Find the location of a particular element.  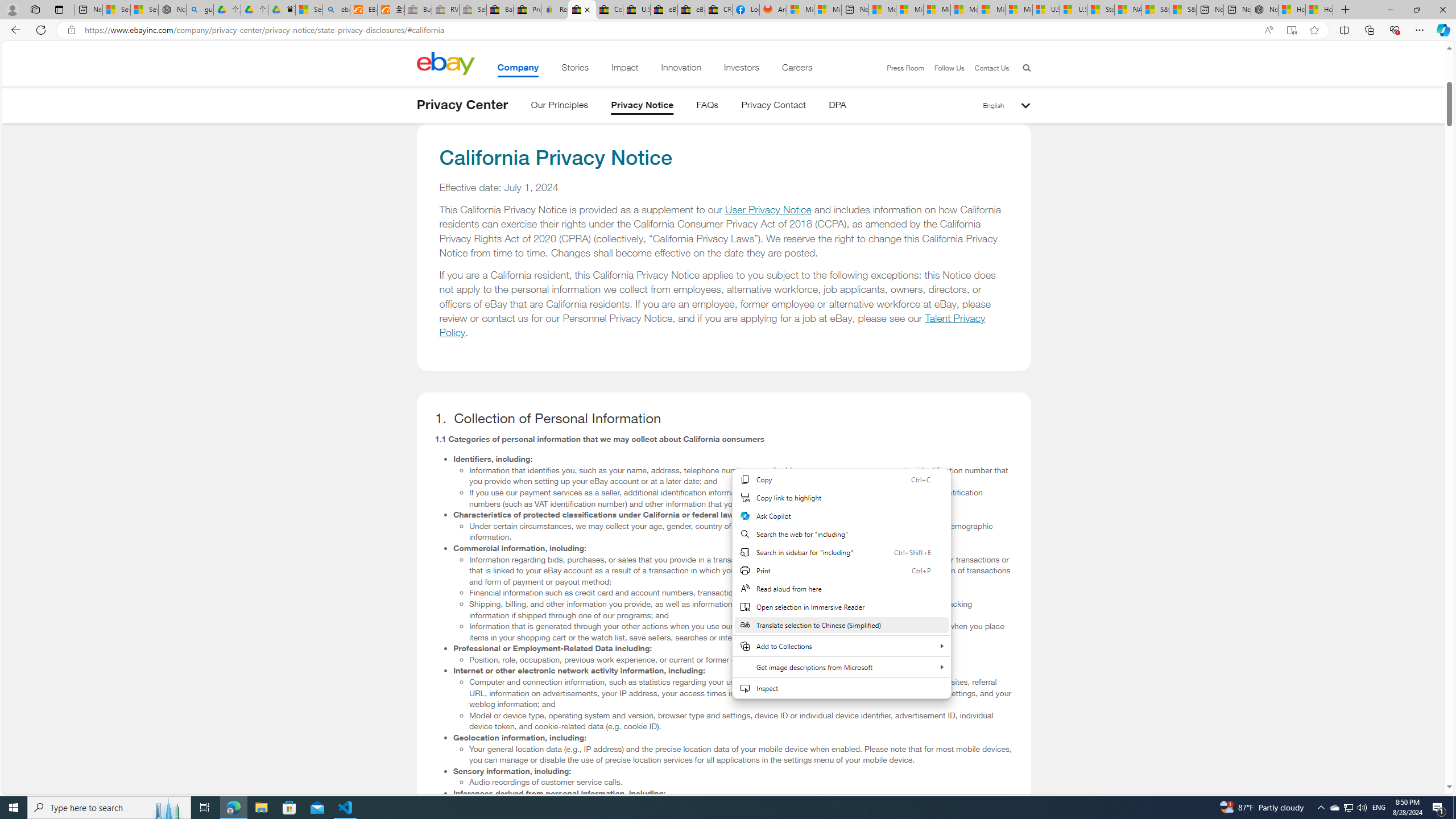

'Our Principles' is located at coordinates (559, 106).